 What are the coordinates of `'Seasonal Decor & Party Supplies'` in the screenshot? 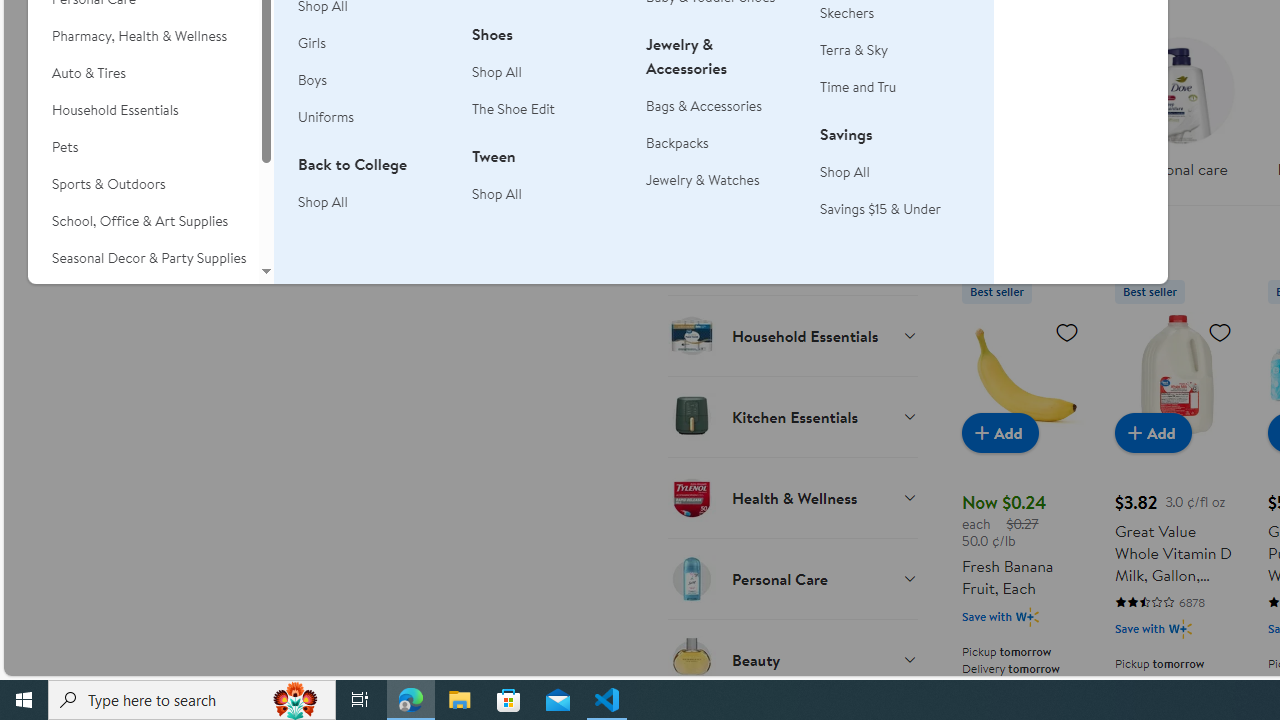 It's located at (142, 257).